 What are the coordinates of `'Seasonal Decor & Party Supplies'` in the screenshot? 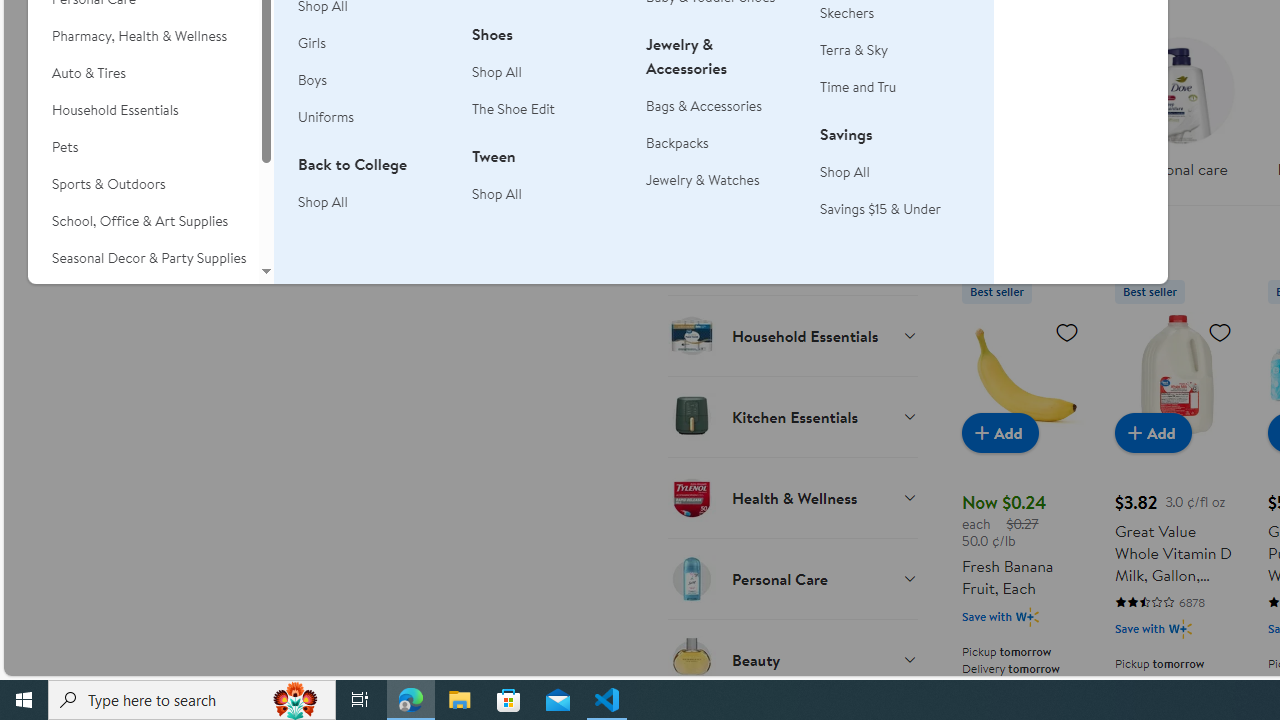 It's located at (142, 257).